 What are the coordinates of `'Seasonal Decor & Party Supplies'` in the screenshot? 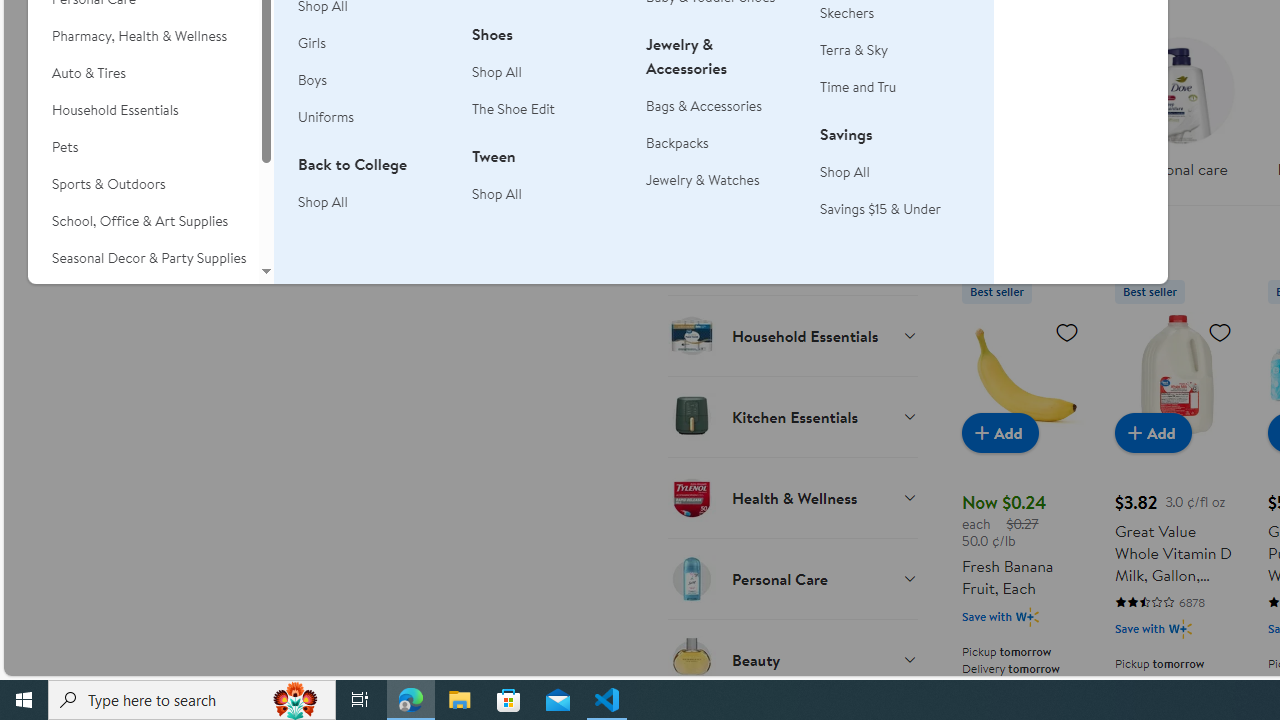 It's located at (142, 257).